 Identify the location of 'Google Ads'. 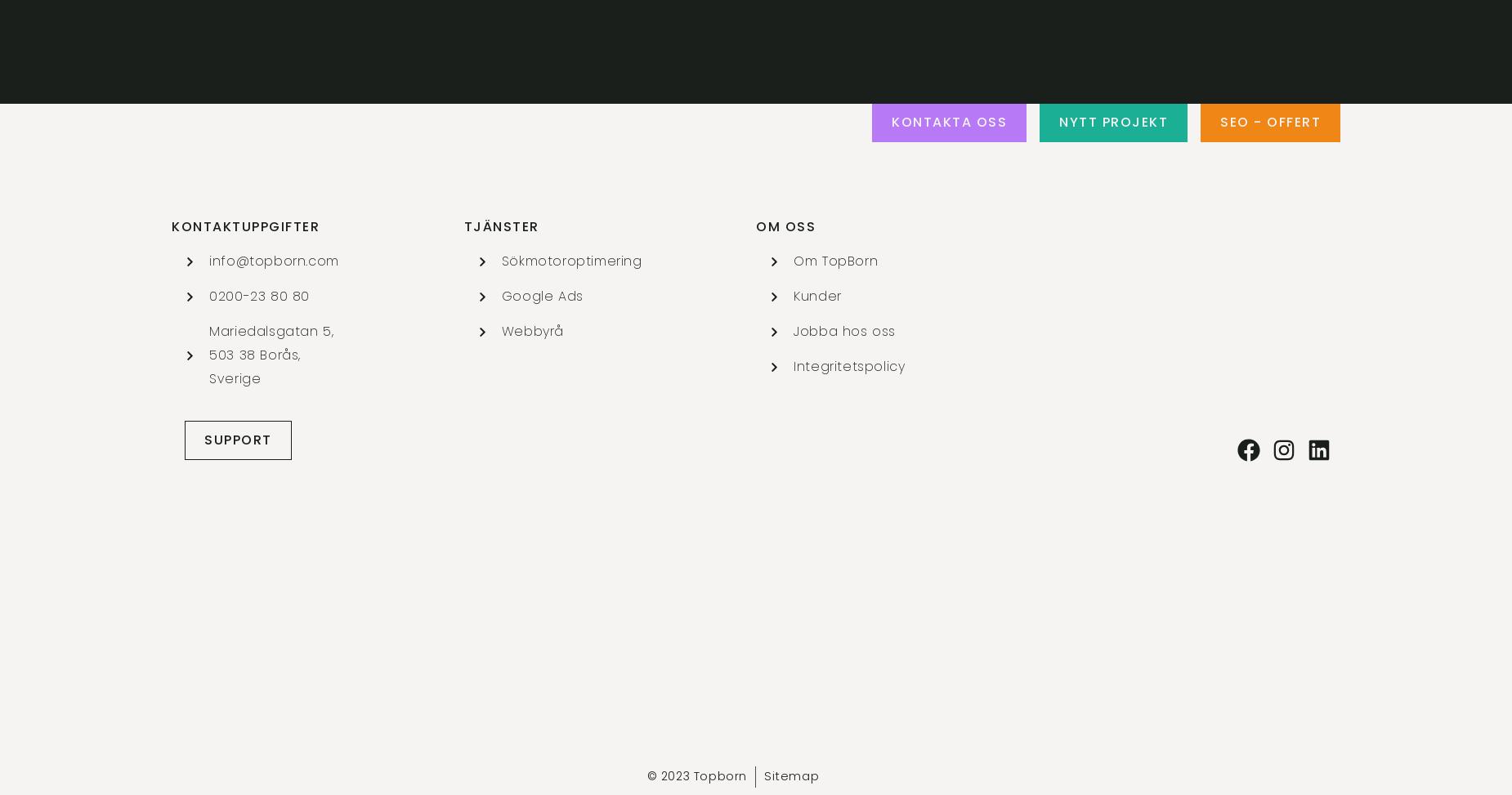
(542, 295).